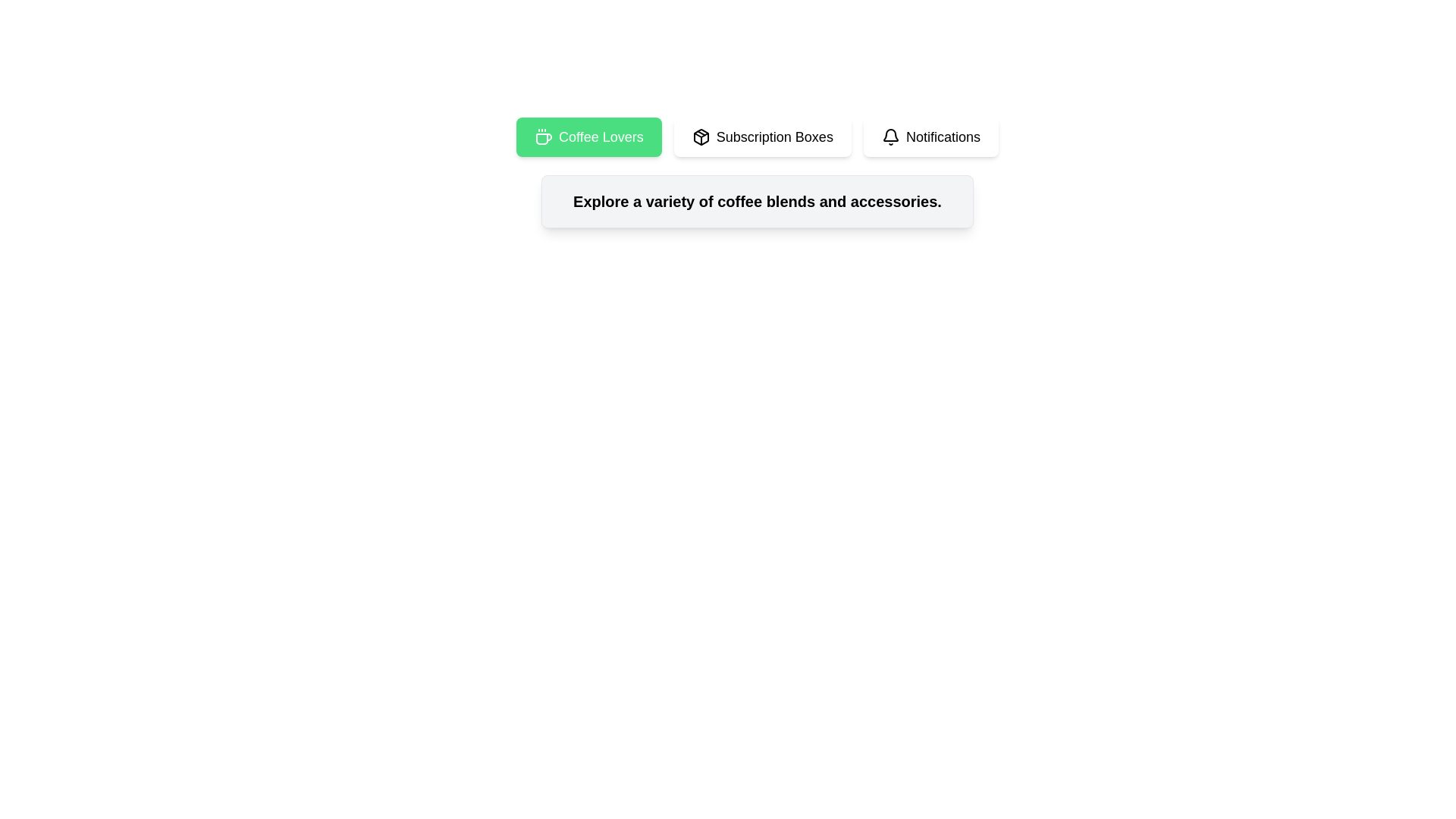  What do you see at coordinates (588, 137) in the screenshot?
I see `the 'Coffee Lovers' button, which is the first button in a horizontal group of buttons located in the upper-left section of the interface` at bounding box center [588, 137].